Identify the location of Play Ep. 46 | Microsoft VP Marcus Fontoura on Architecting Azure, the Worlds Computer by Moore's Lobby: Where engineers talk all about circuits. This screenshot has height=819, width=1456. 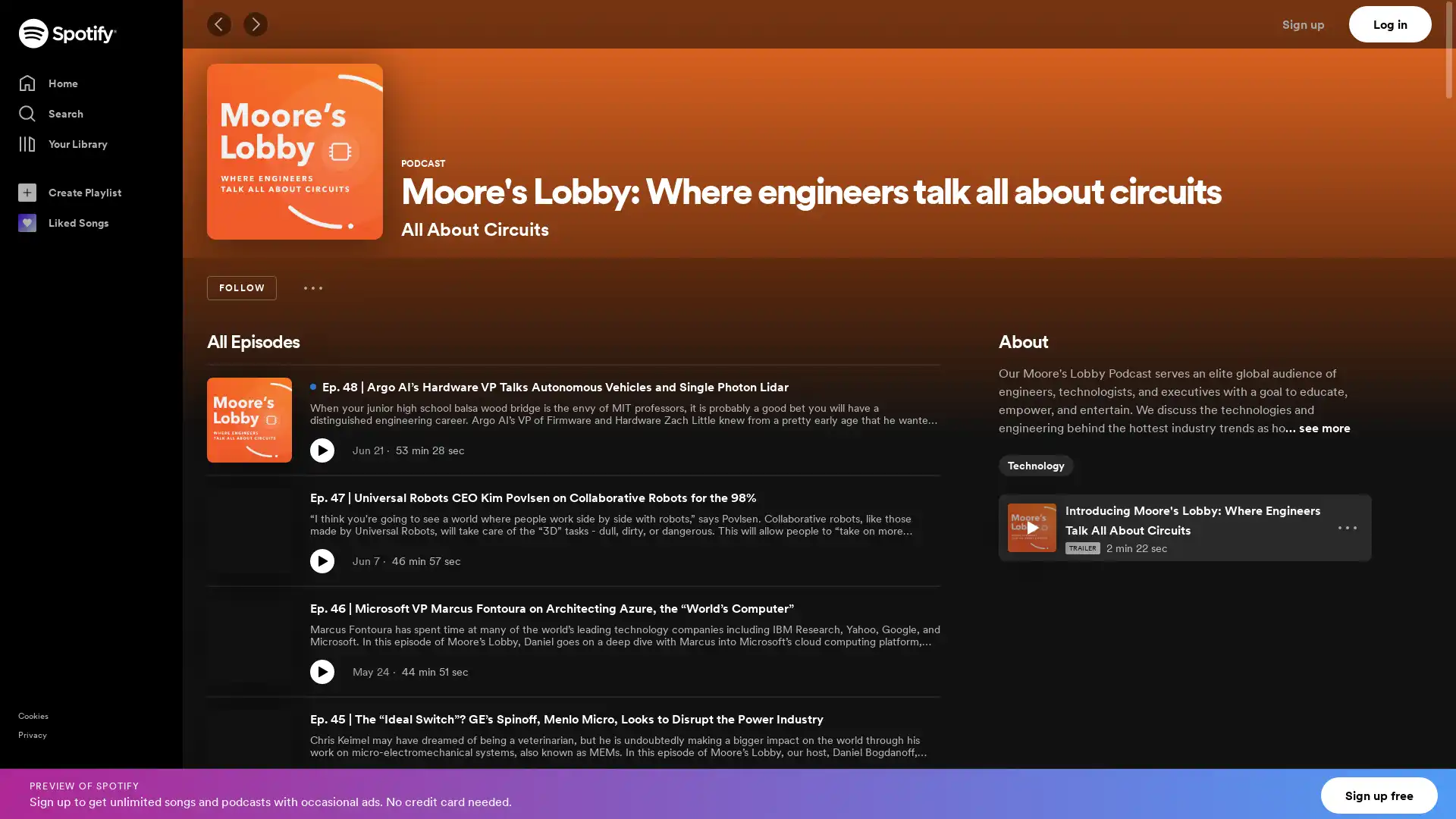
(322, 671).